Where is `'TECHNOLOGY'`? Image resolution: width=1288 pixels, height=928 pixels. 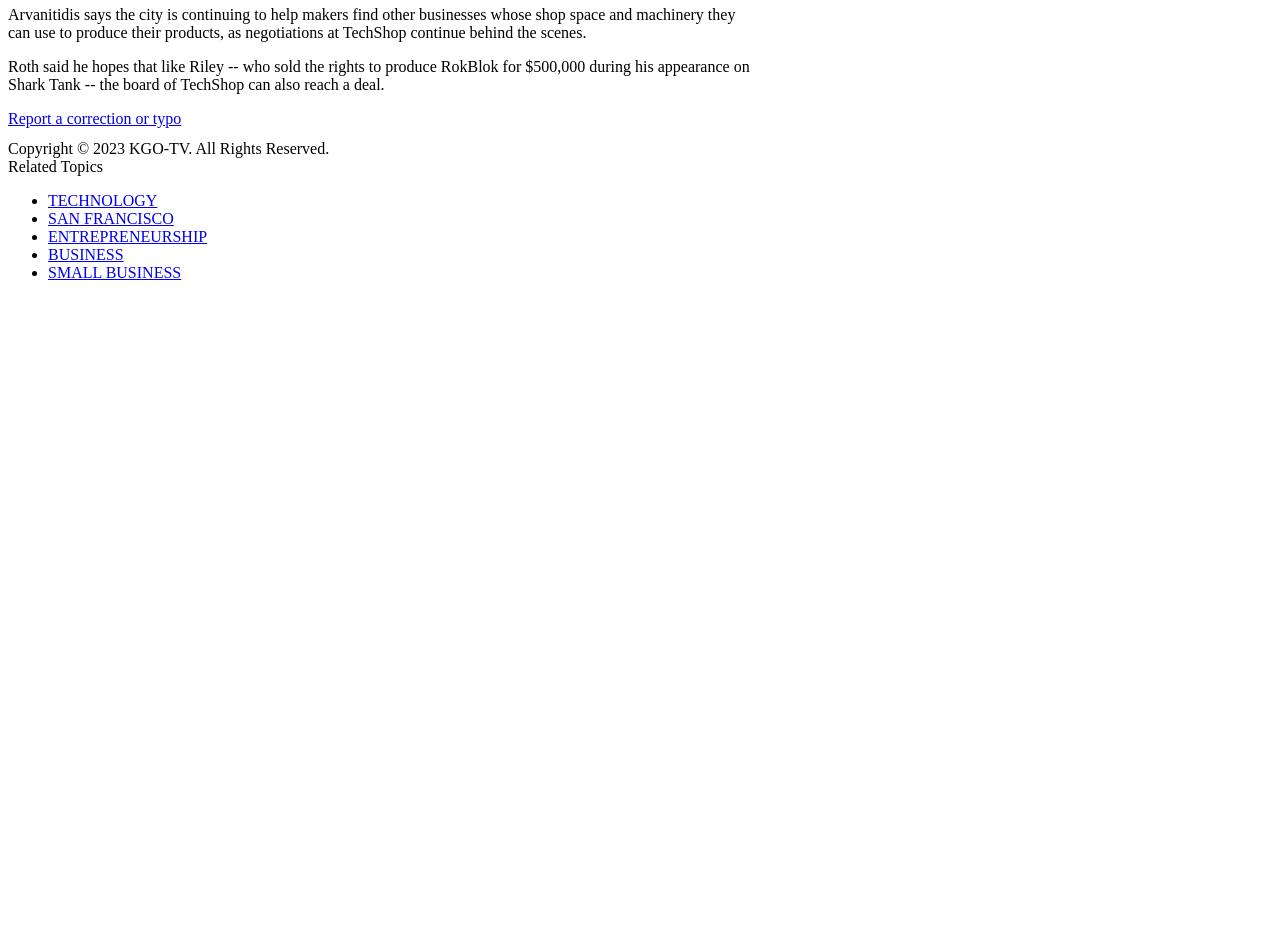
'TECHNOLOGY' is located at coordinates (48, 200).